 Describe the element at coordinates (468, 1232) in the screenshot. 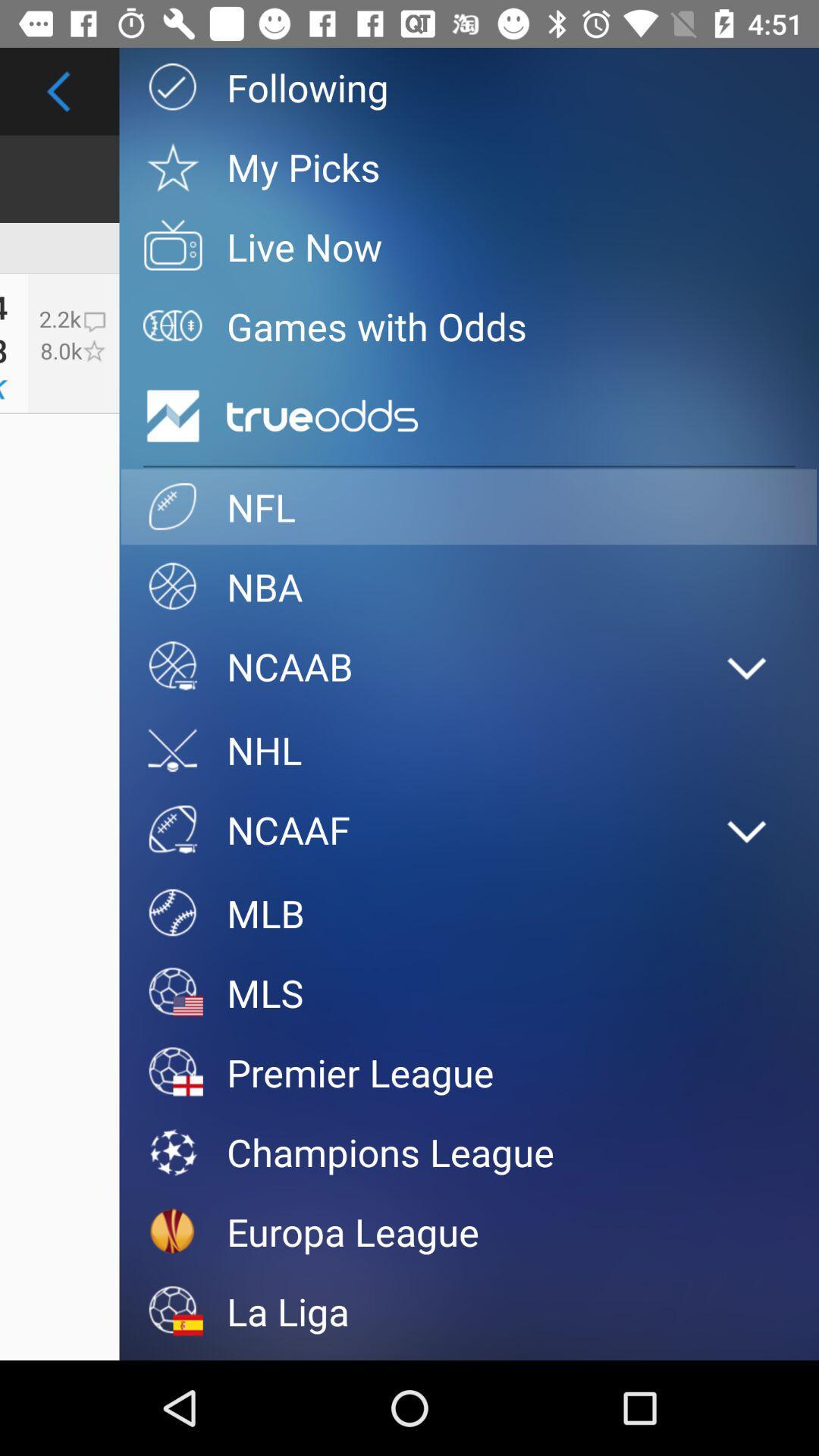

I see `the icon below the champions league icon` at that location.